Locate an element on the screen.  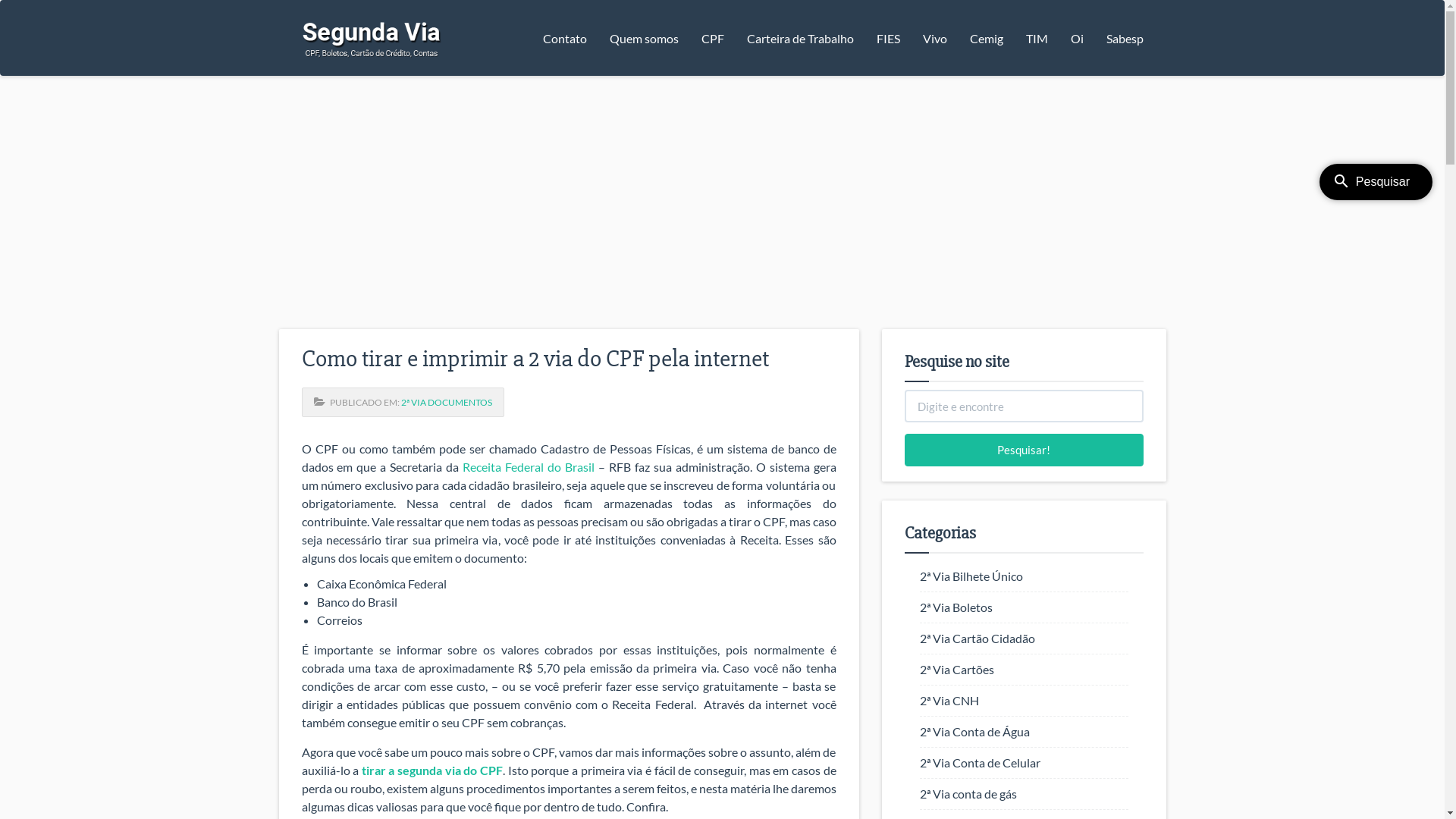
'Vivo' is located at coordinates (934, 37).